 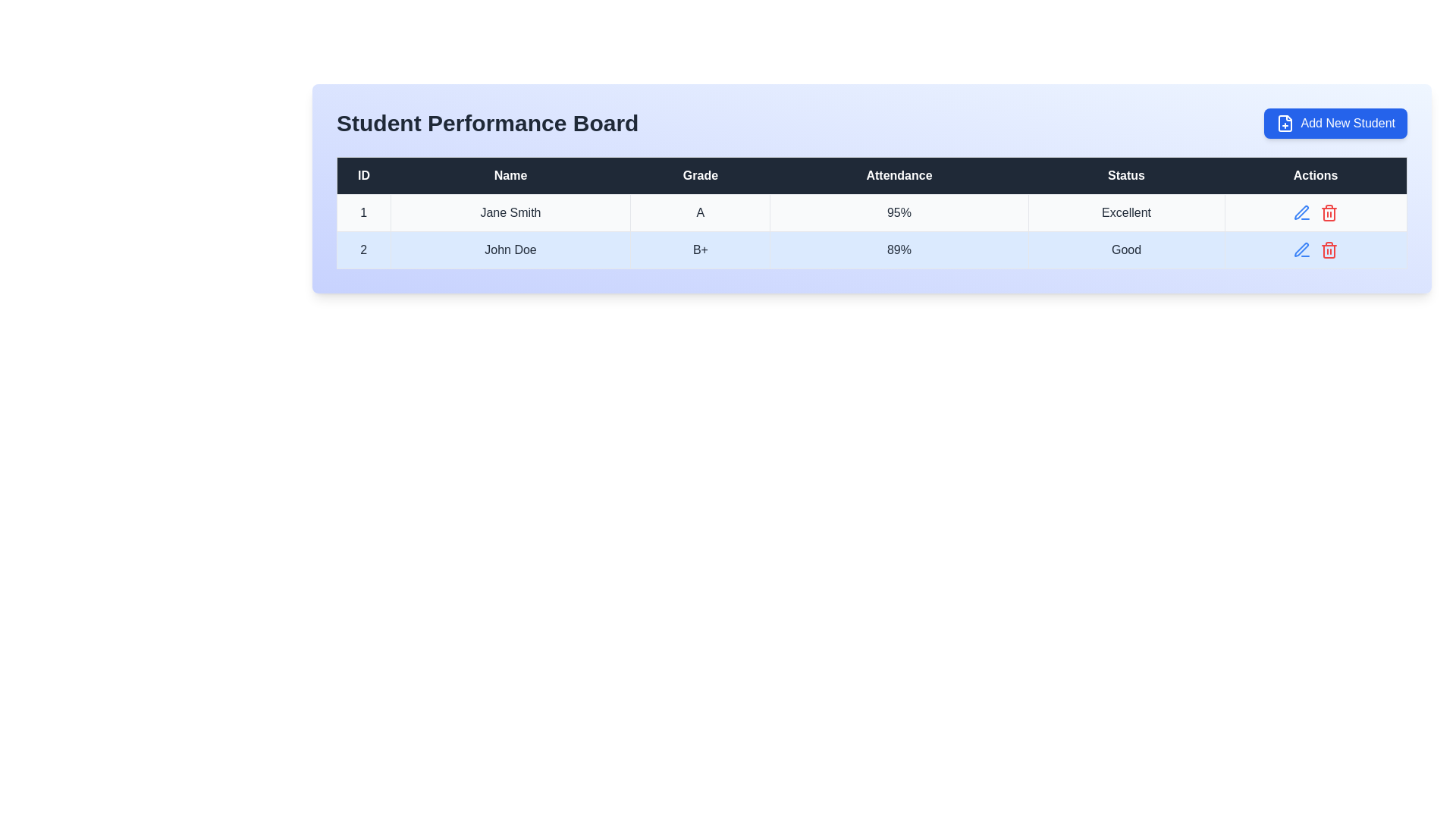 What do you see at coordinates (1301, 249) in the screenshot?
I see `the blue pen icon located in the 'Actions' column of the second row` at bounding box center [1301, 249].